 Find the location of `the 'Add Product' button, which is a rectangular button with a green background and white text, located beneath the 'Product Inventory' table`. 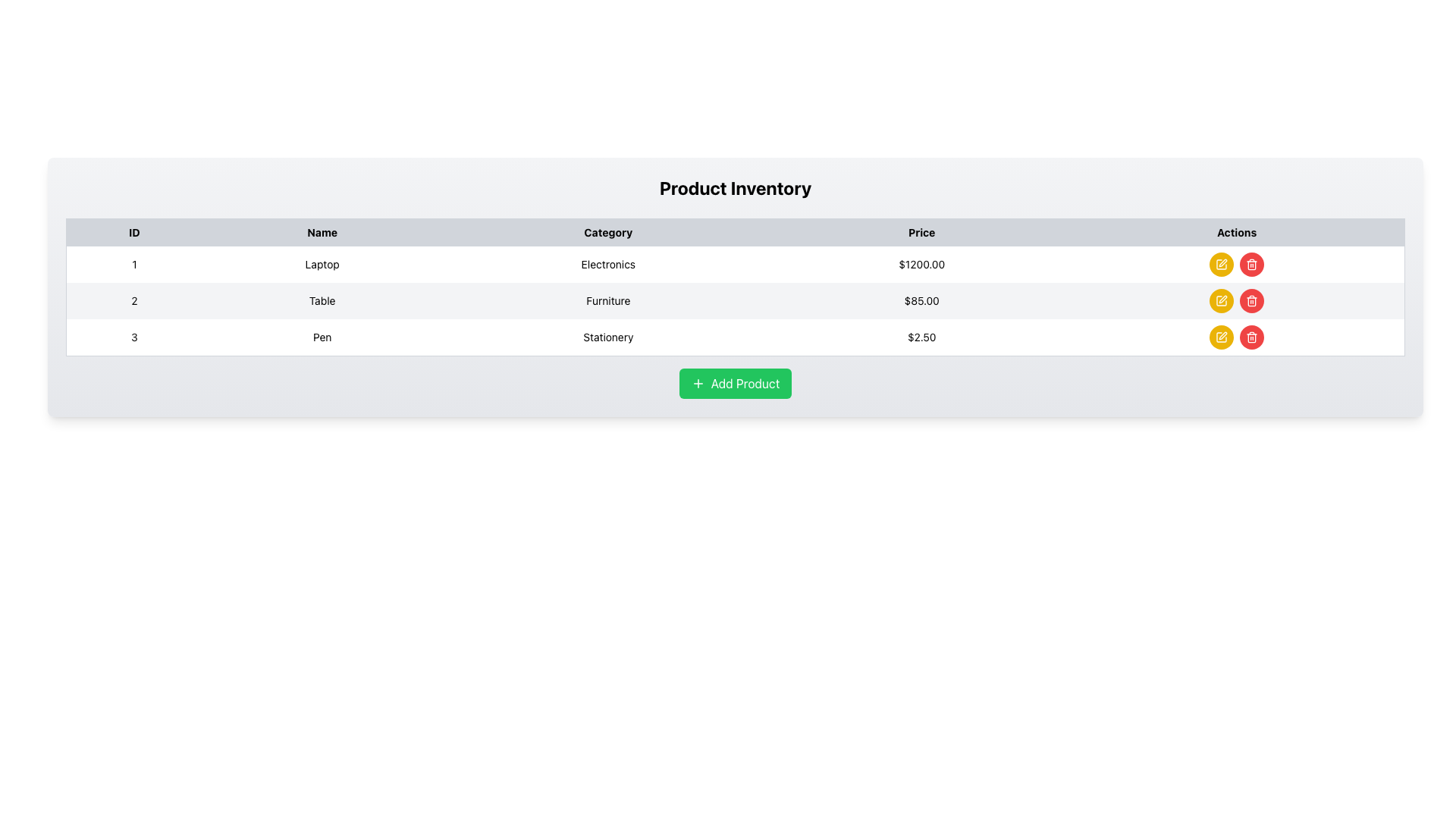

the 'Add Product' button, which is a rectangular button with a green background and white text, located beneath the 'Product Inventory' table is located at coordinates (735, 382).